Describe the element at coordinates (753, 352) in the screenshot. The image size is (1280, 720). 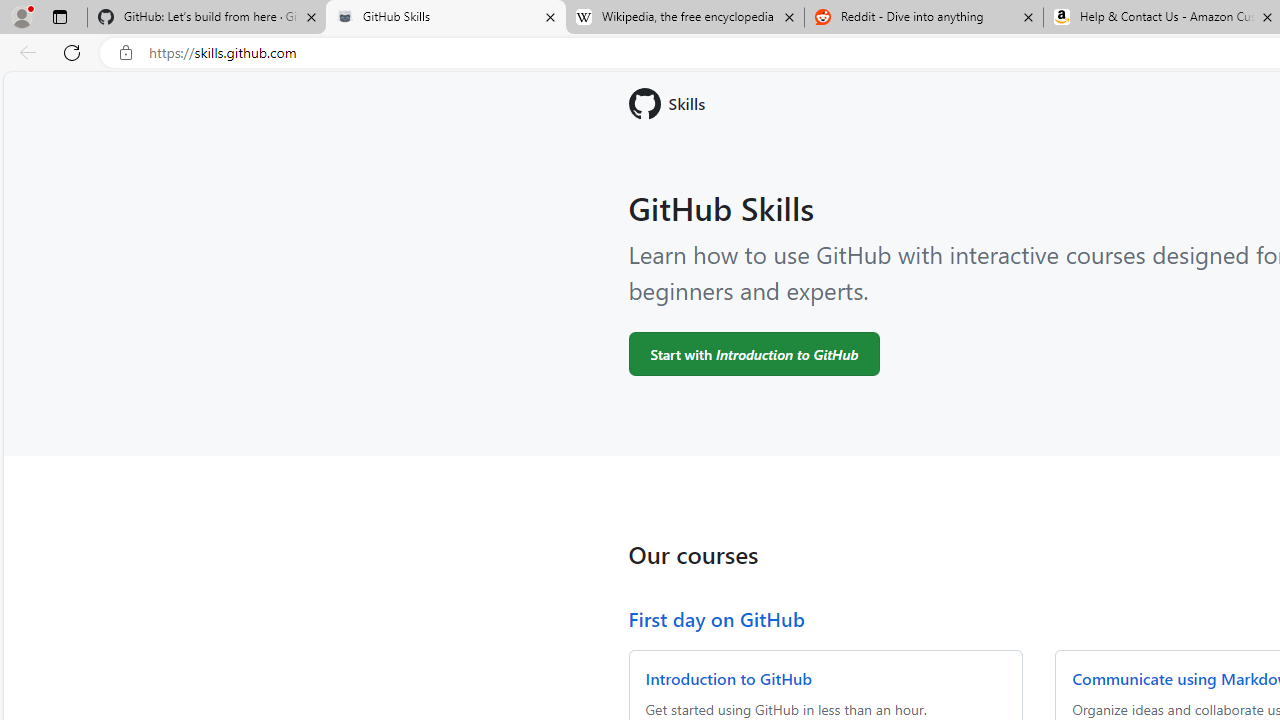
I see `'Start with Introduction to GitHub'` at that location.